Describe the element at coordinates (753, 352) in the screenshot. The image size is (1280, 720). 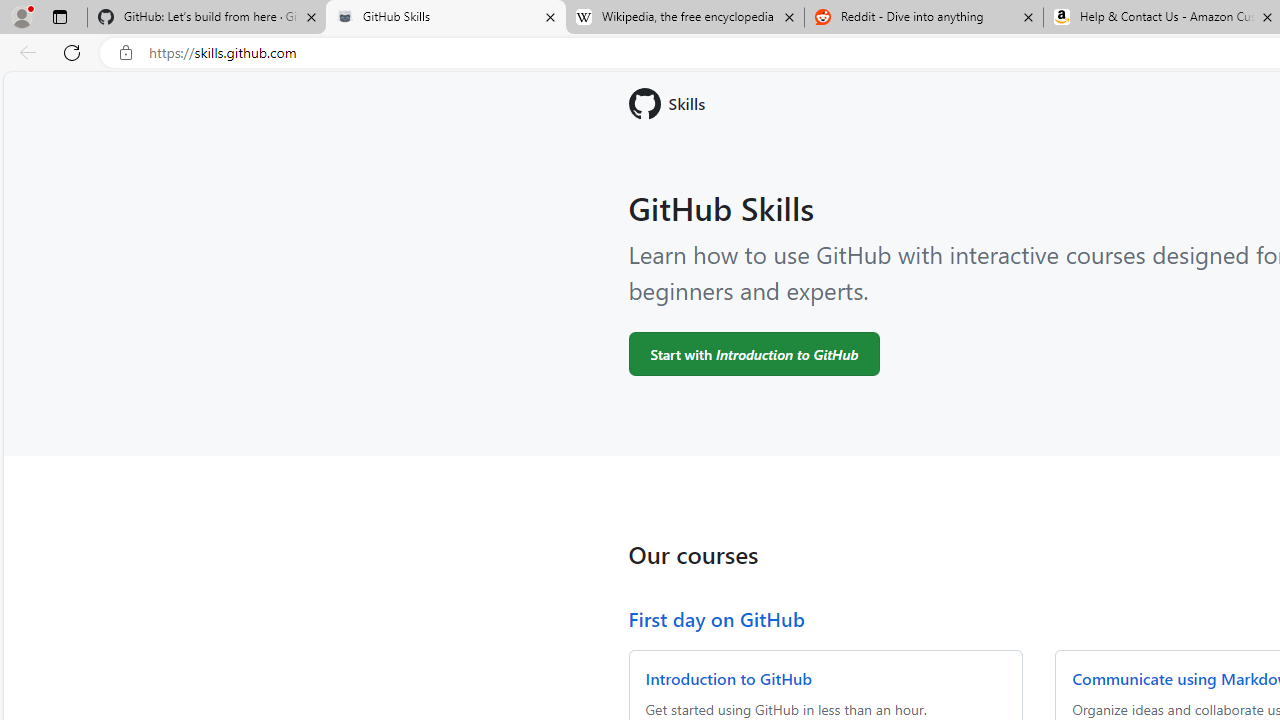
I see `'Start with Introduction to GitHub'` at that location.